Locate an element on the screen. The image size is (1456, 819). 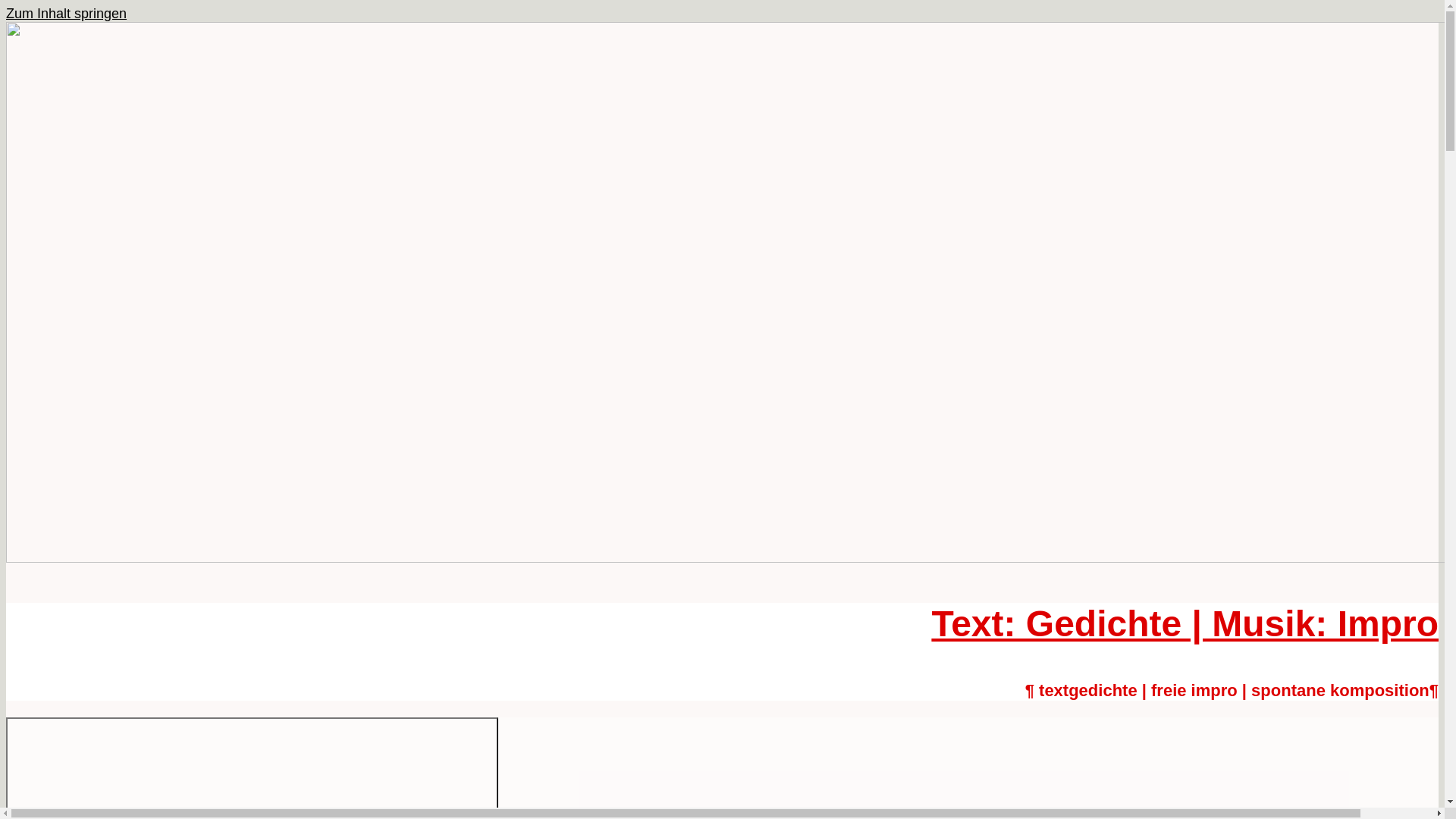
'Zum Inhalt springen' is located at coordinates (65, 14).